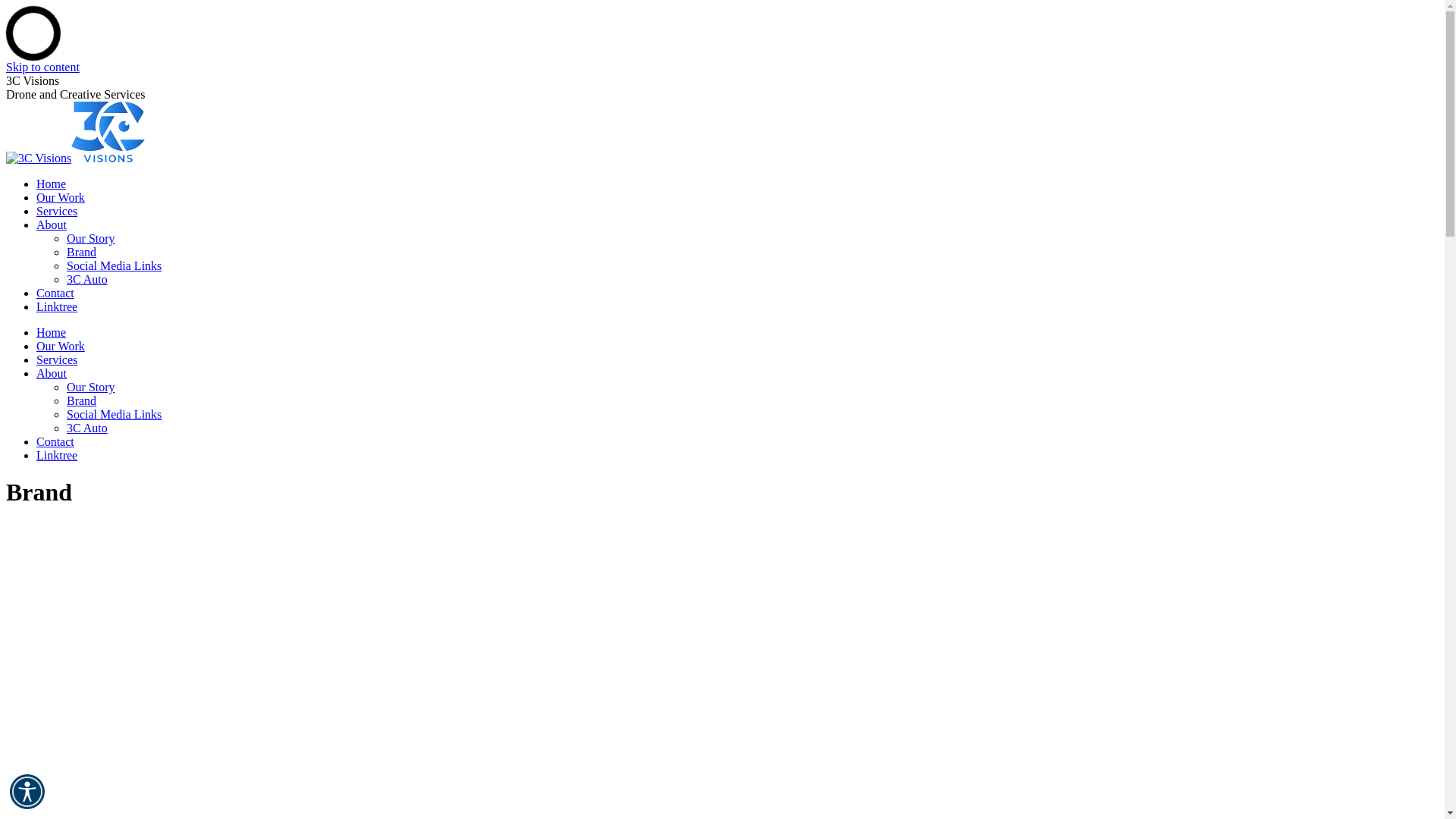 Image resolution: width=1456 pixels, height=819 pixels. What do you see at coordinates (61, 346) in the screenshot?
I see `'Our Work'` at bounding box center [61, 346].